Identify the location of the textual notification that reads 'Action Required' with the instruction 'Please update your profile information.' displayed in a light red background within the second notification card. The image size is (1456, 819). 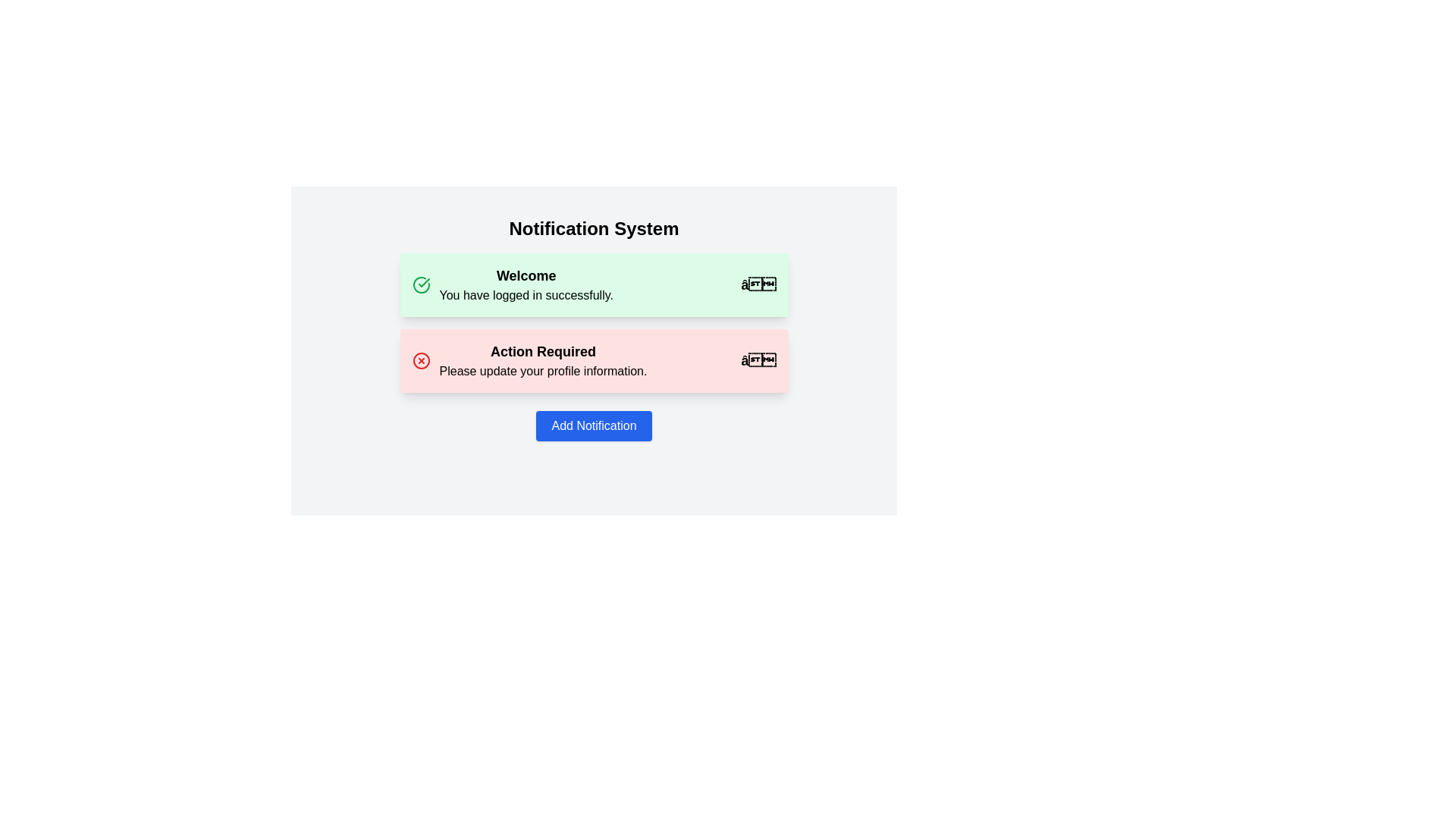
(543, 360).